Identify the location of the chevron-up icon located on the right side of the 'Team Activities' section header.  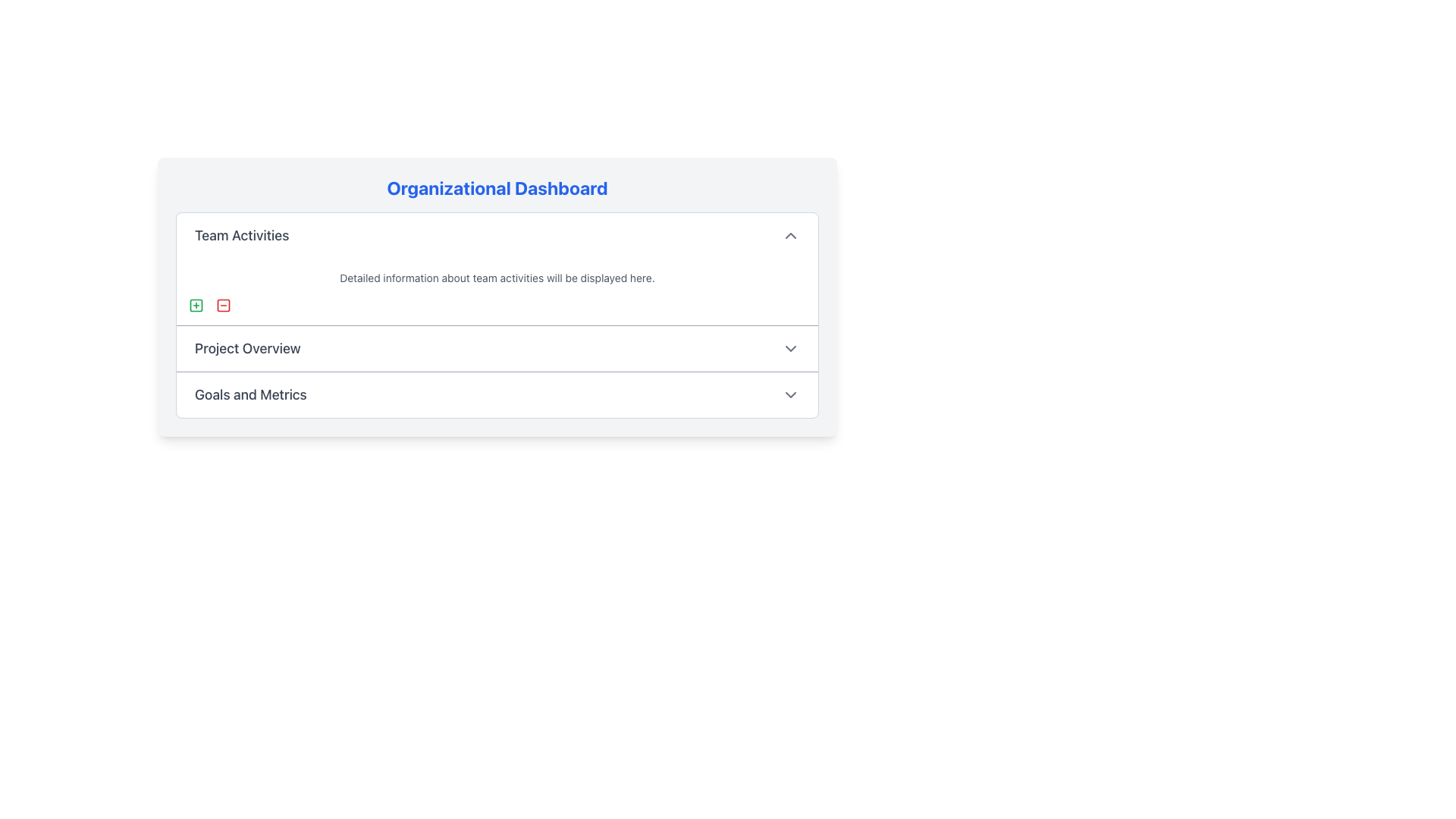
(789, 236).